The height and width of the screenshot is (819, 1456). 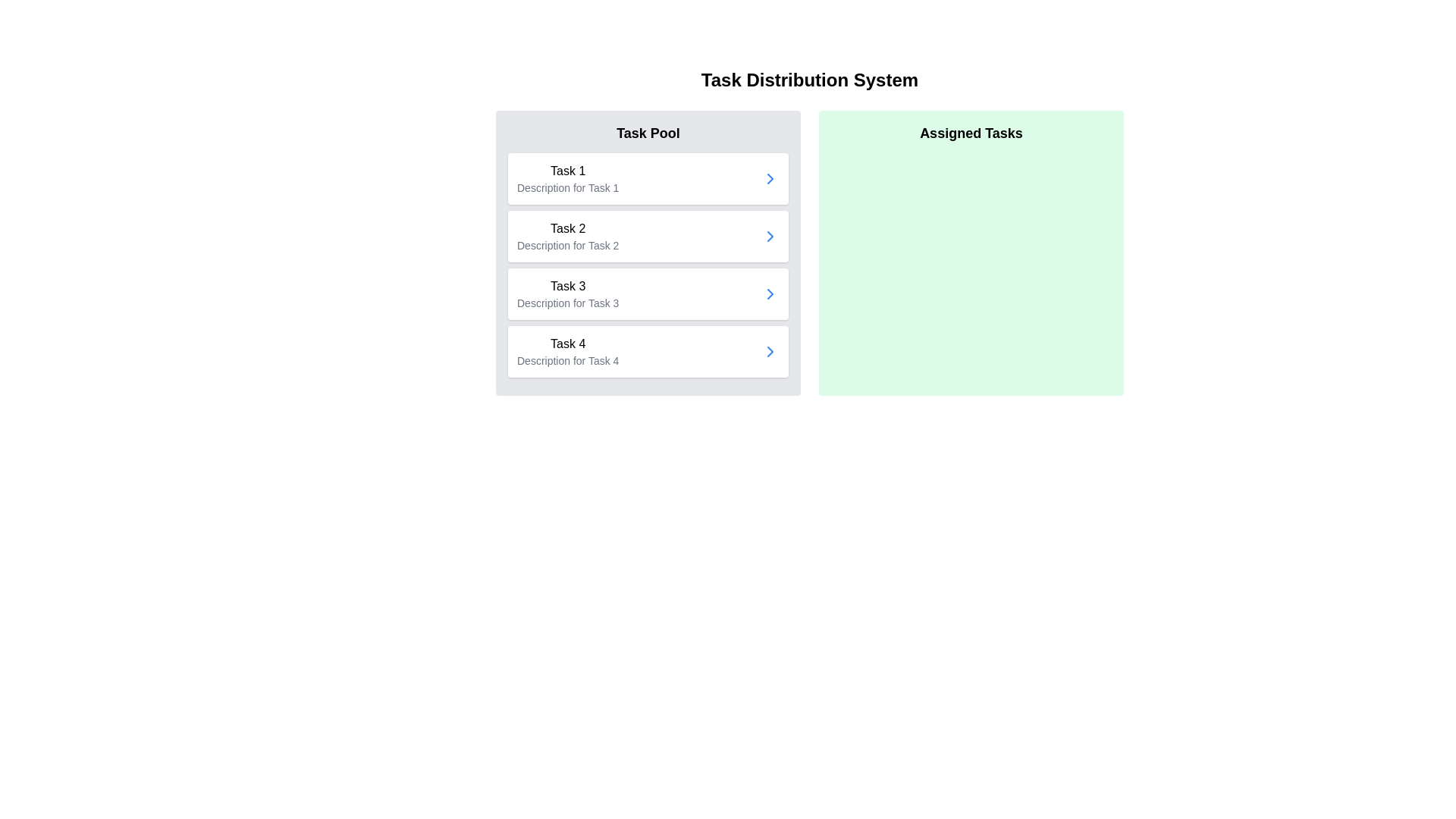 I want to click on the rightward chevron icon button, styled in blue, located at the far right side of the row labeled 'Task 3, Description for Task 3' in the 'Task Pool' list, so click(x=770, y=294).